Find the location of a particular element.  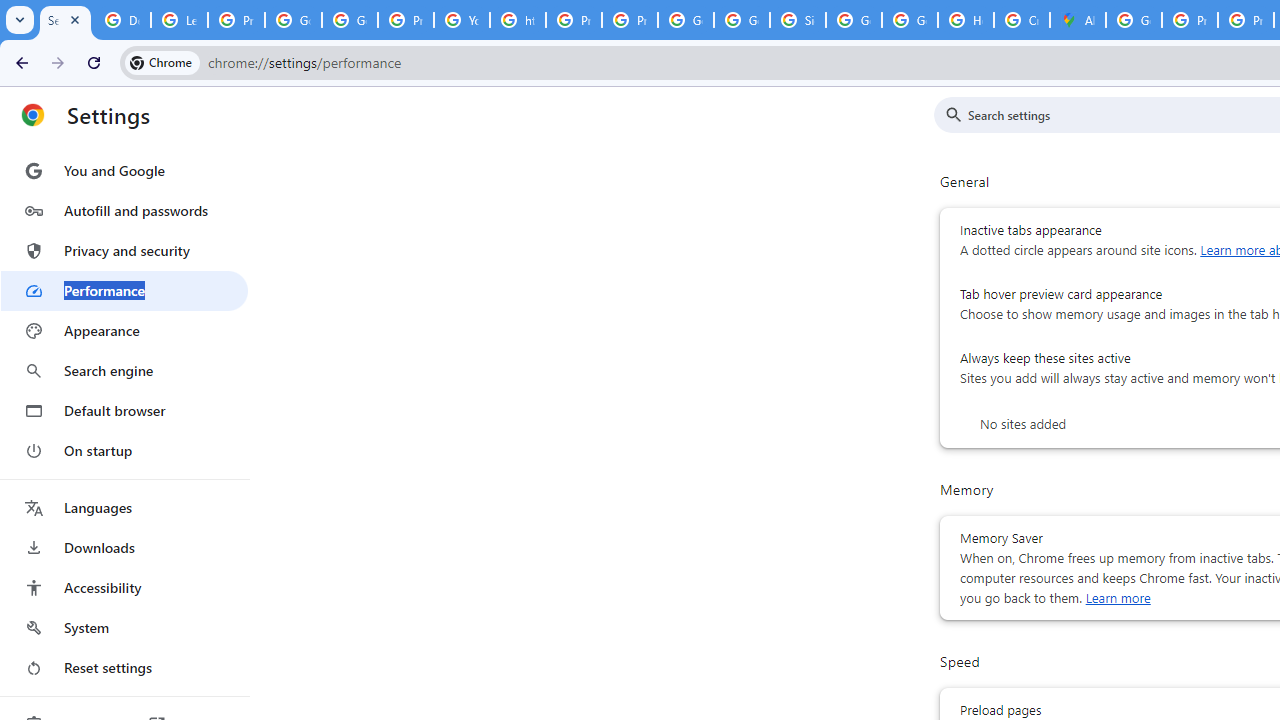

'Default browser' is located at coordinates (123, 410).